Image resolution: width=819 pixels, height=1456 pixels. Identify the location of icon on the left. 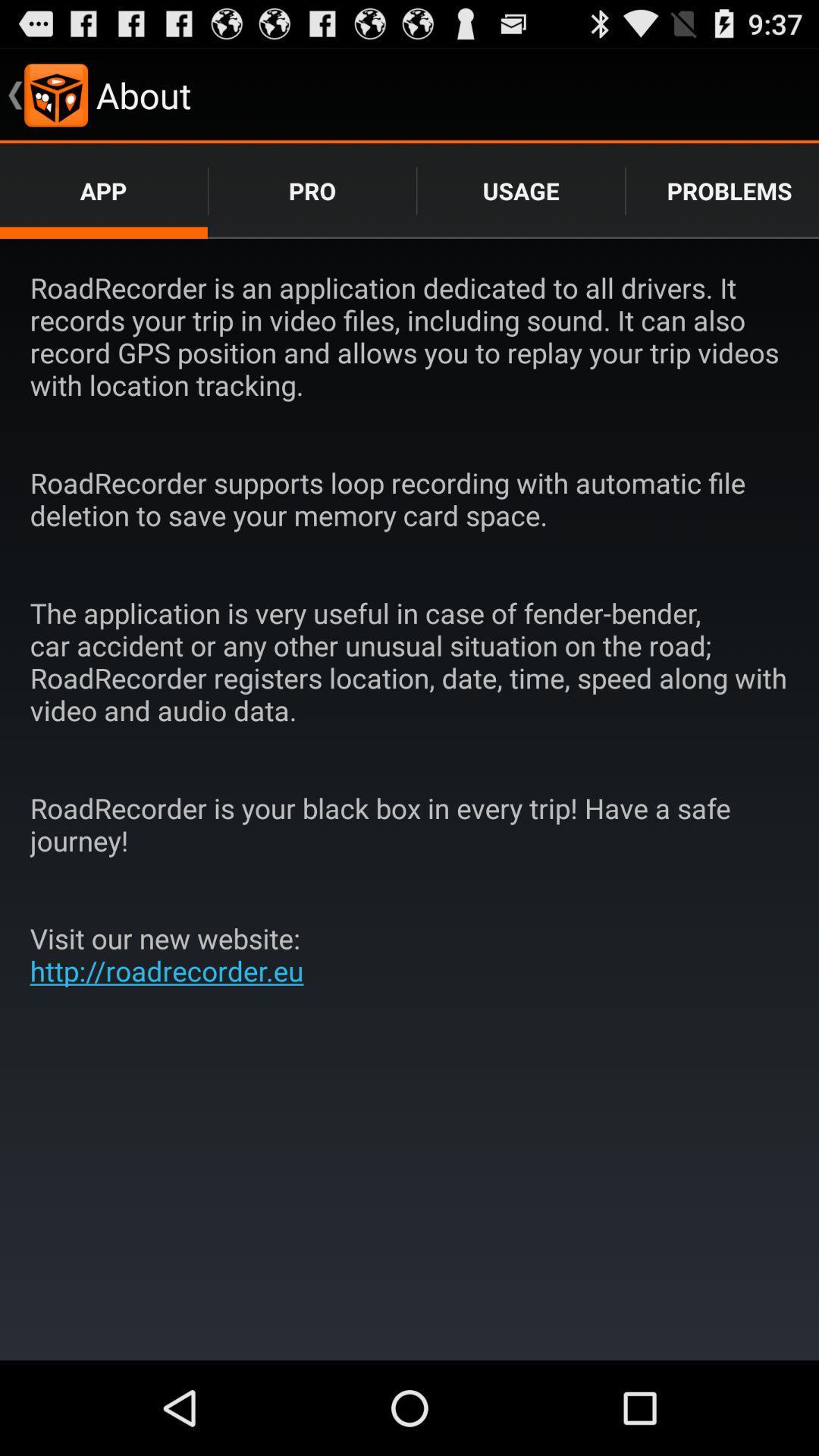
(171, 953).